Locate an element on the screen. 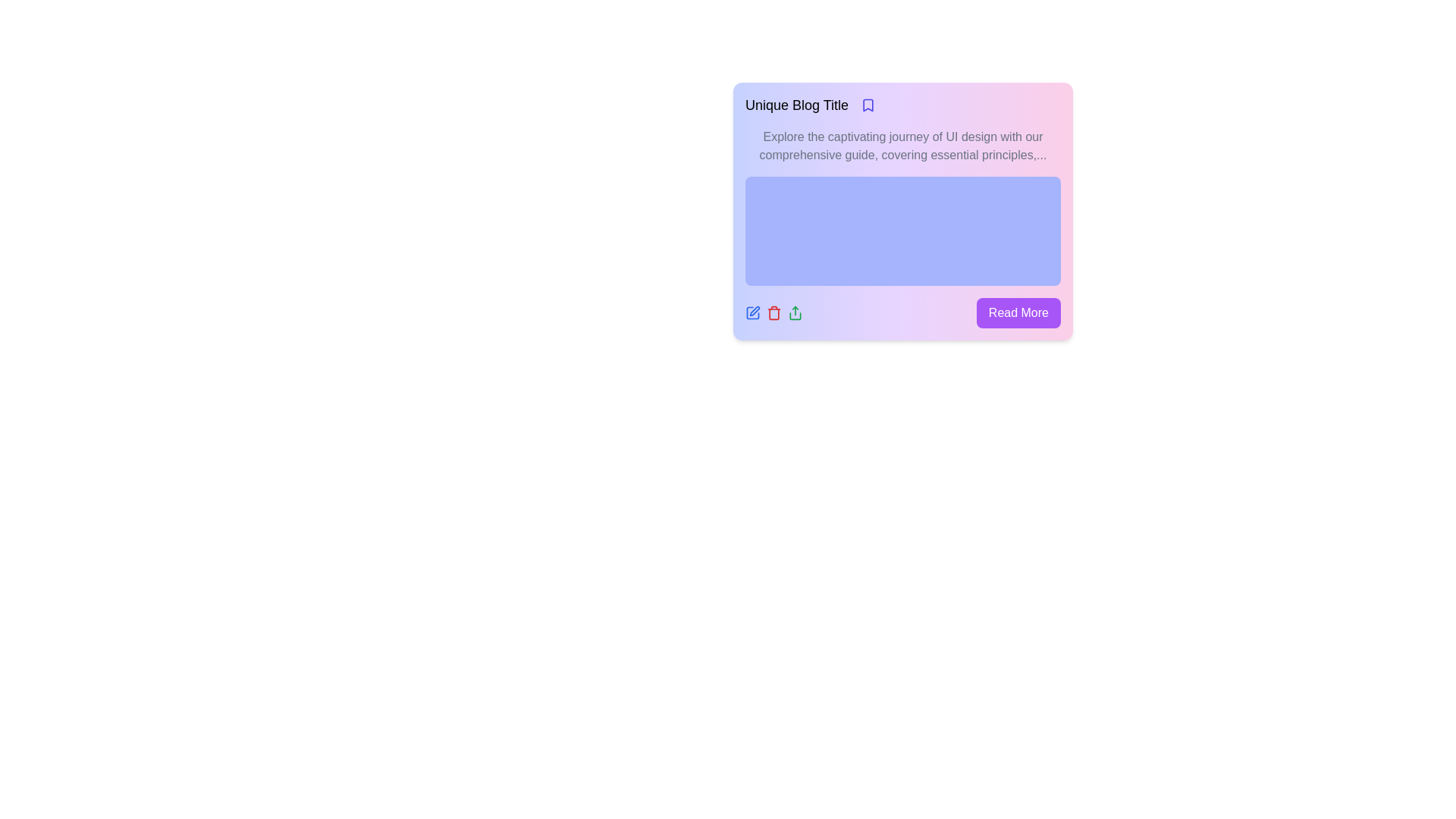  the green share SVG icon located at the bottom-left corner of the card interface is located at coordinates (795, 312).